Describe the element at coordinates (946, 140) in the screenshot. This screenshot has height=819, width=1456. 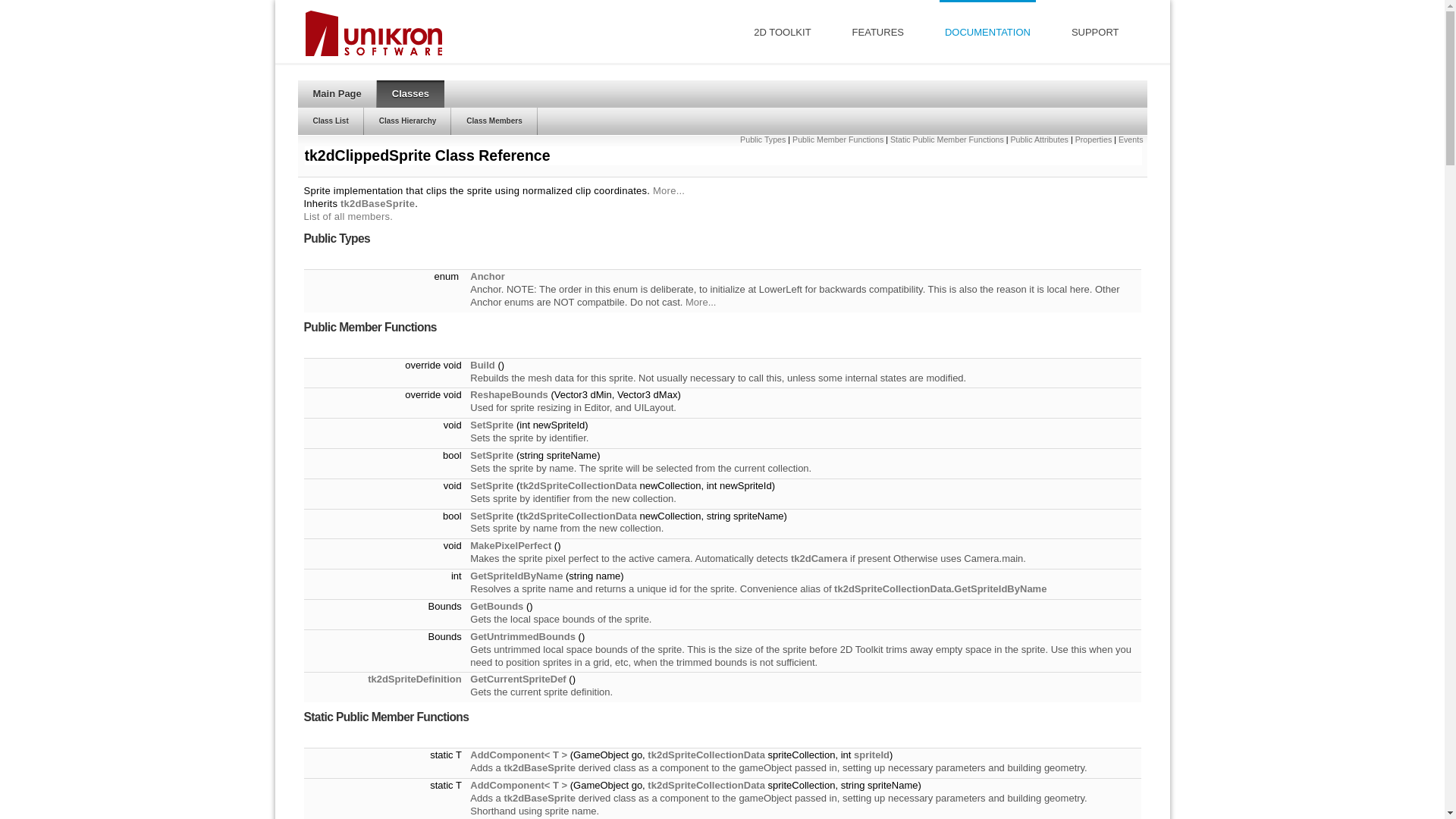
I see `'Static Public Member Functions'` at that location.